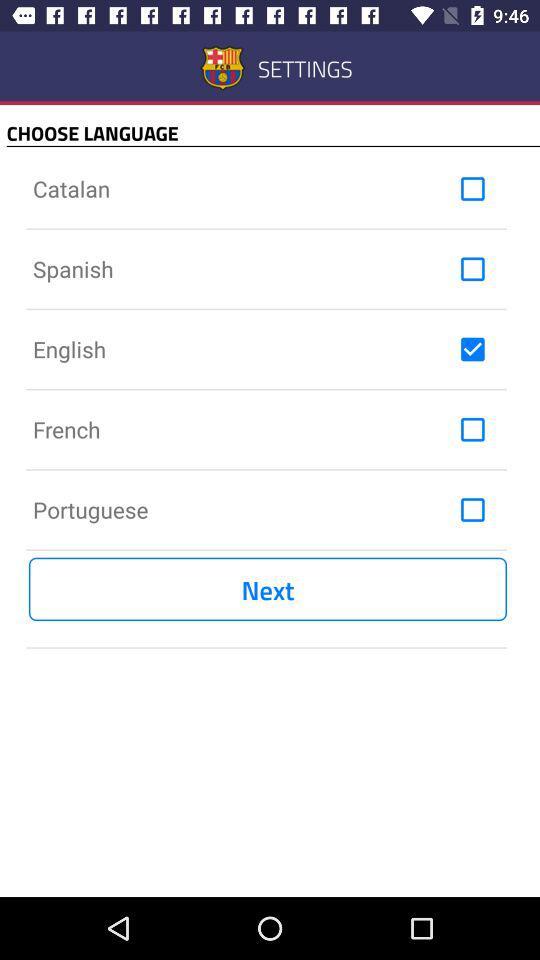  I want to click on spanish language, so click(472, 268).